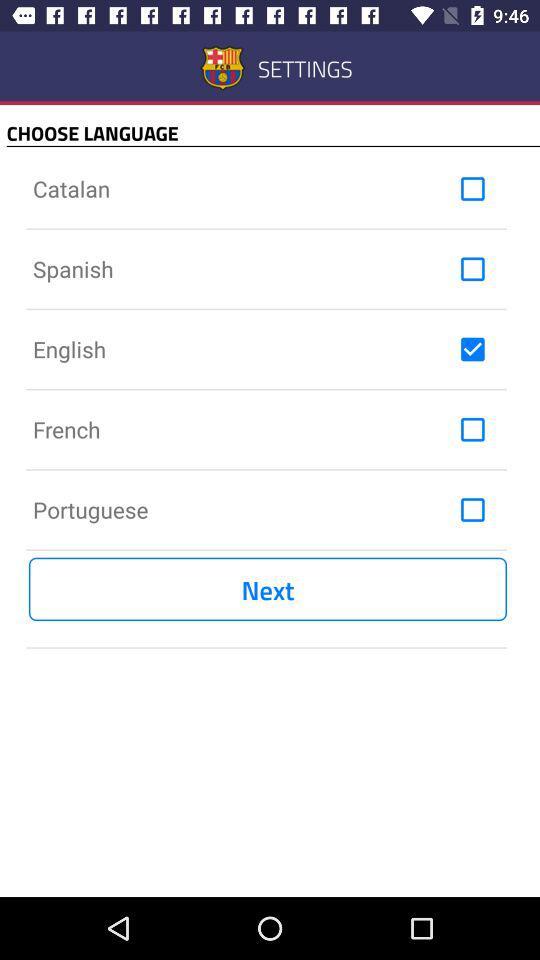  I want to click on spanish language, so click(472, 268).